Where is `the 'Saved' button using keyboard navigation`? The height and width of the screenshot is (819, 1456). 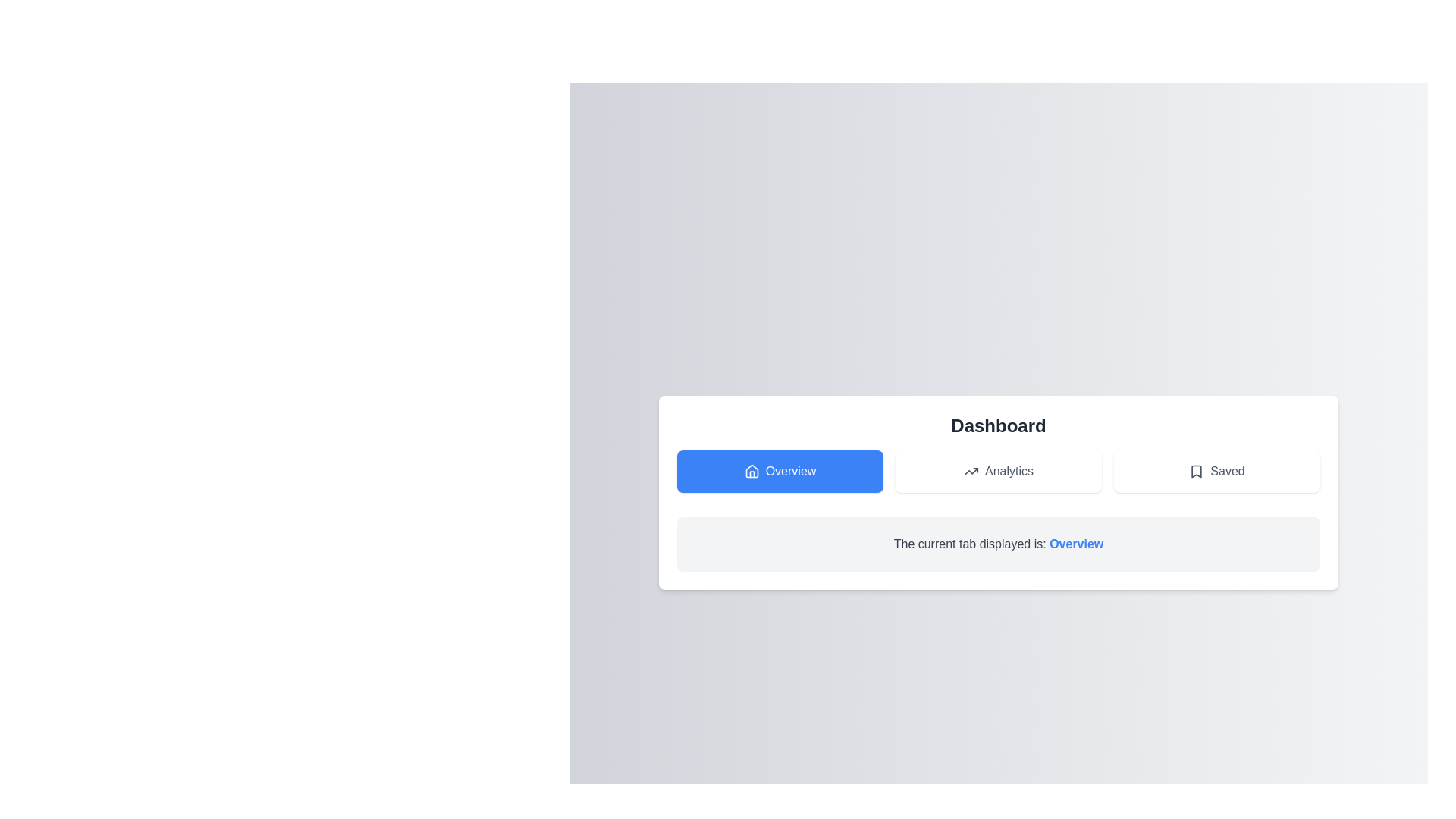
the 'Saved' button using keyboard navigation is located at coordinates (1216, 470).